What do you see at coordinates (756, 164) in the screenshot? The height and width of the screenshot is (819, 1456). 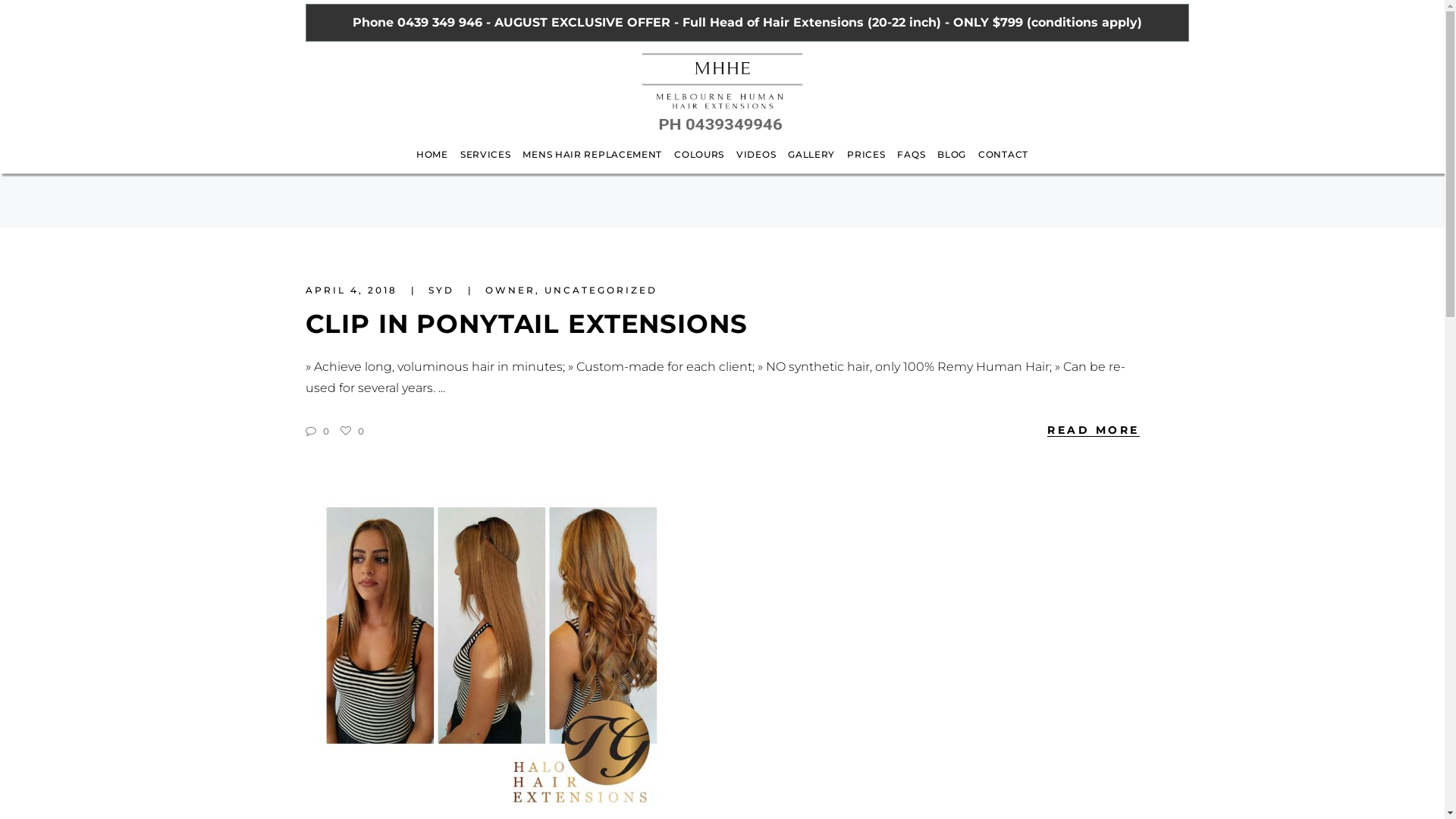 I see `'VIDEOS'` at bounding box center [756, 164].